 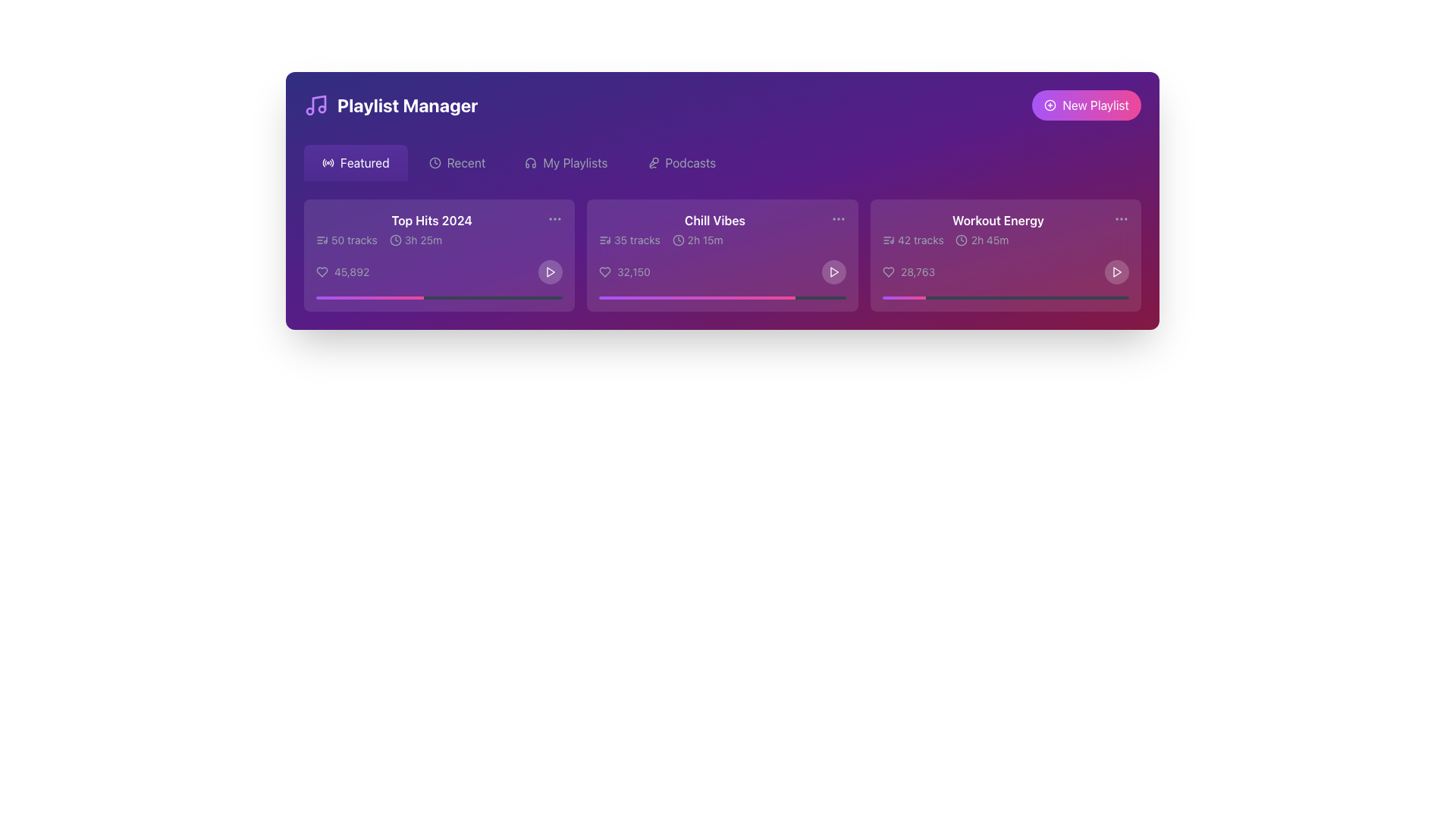 What do you see at coordinates (1086, 104) in the screenshot?
I see `the functional button located in the top-right corner of the 'Playlist Manager' section to initiate the creation of a new playlist` at bounding box center [1086, 104].